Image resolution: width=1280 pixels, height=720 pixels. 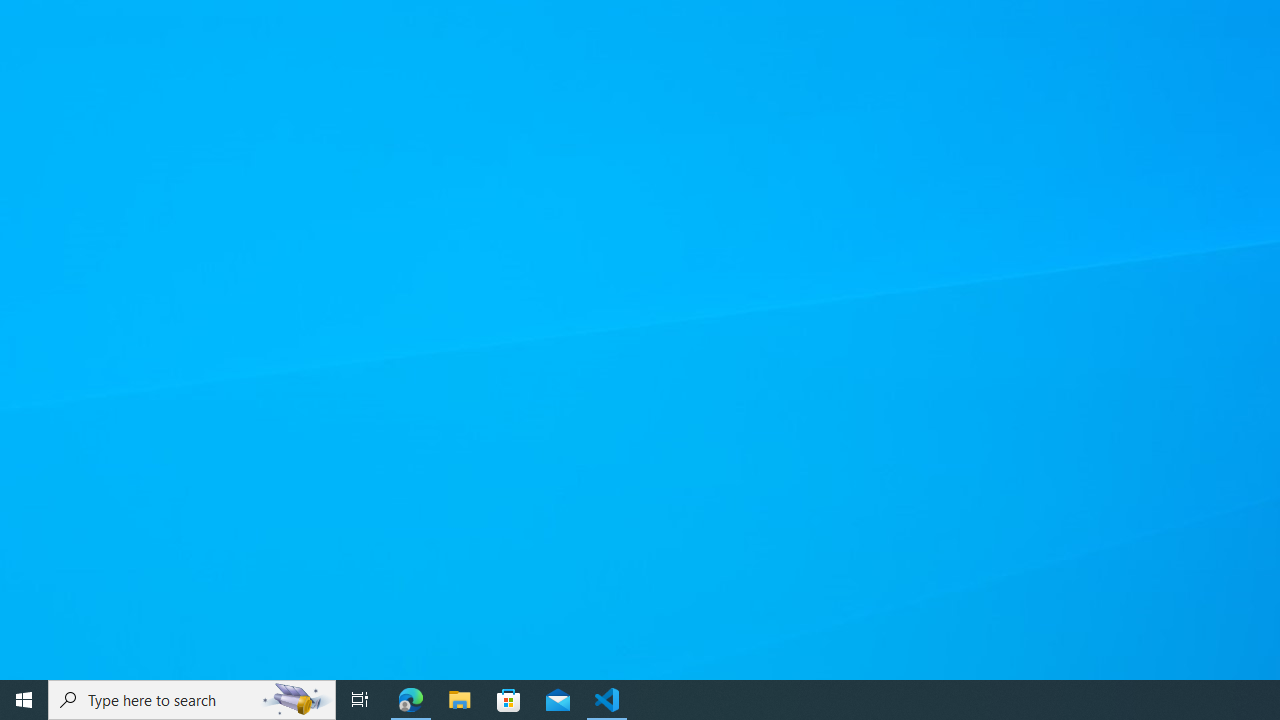 What do you see at coordinates (24, 698) in the screenshot?
I see `'Start'` at bounding box center [24, 698].